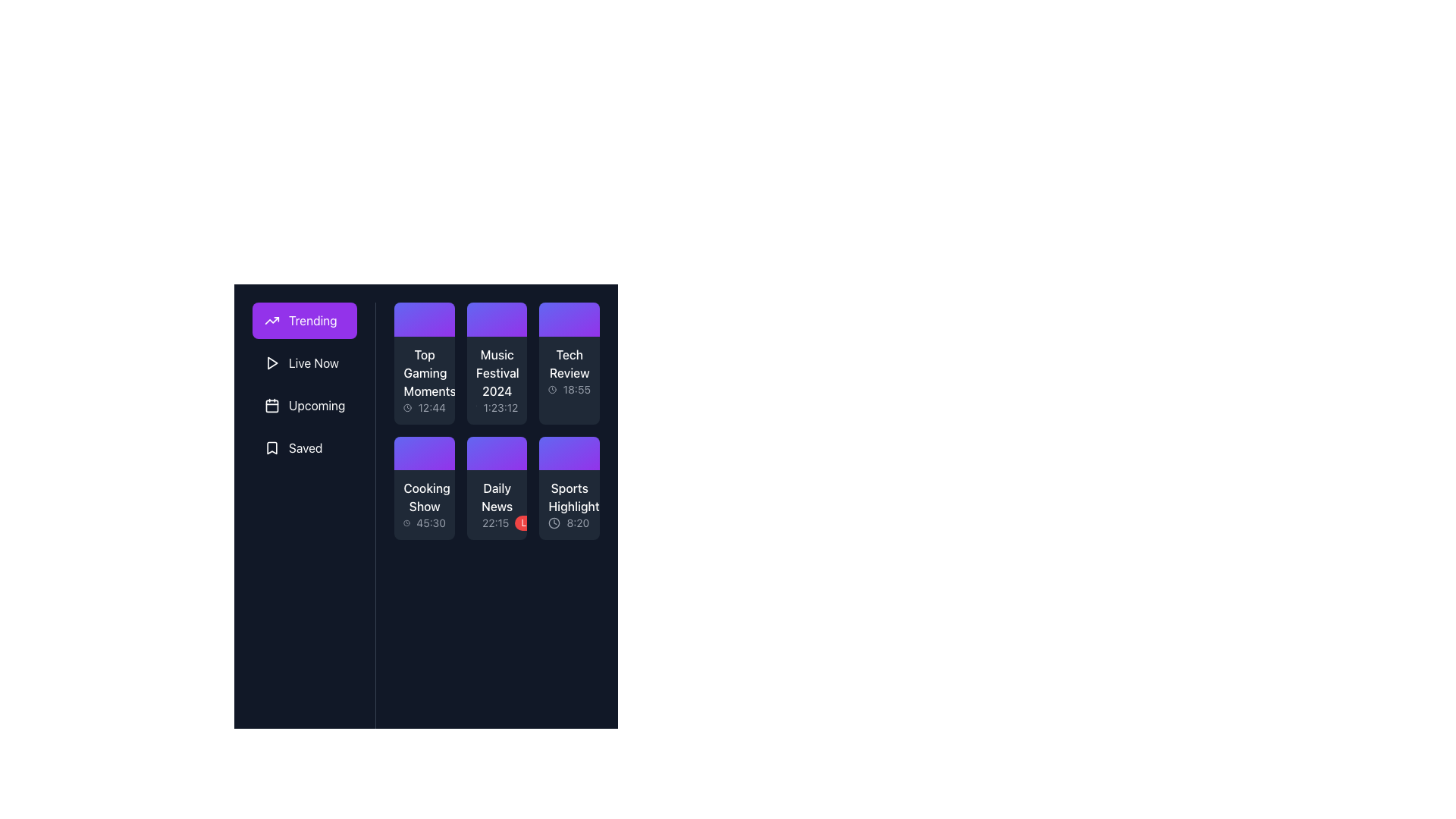  What do you see at coordinates (425, 488) in the screenshot?
I see `the 'Cooking Show' Media event card located in the second row, first column of the grid` at bounding box center [425, 488].